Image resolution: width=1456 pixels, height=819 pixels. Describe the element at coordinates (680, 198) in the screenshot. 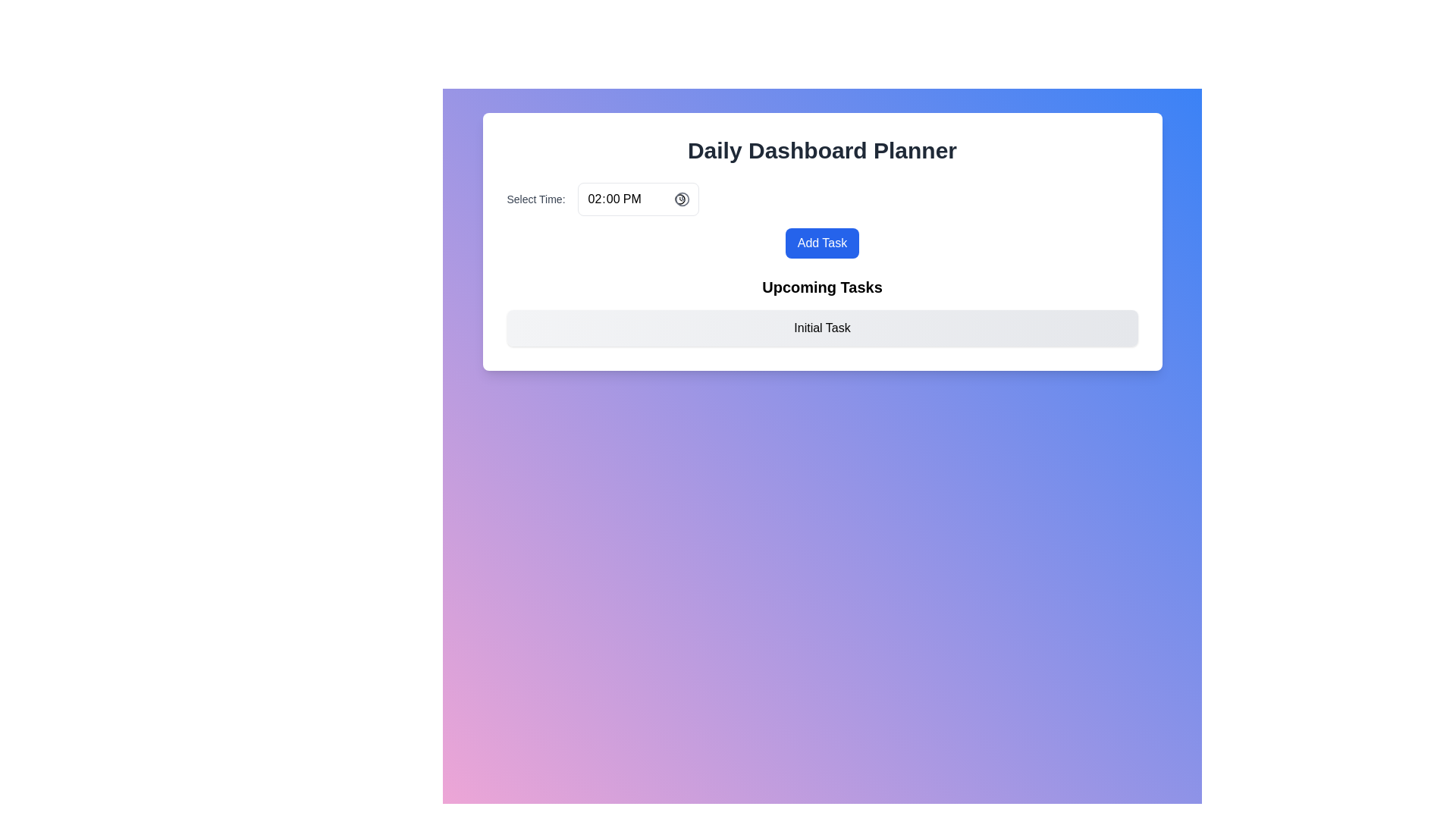

I see `the clock icon located to the right of the time input field displaying '02:00 PM'` at that location.